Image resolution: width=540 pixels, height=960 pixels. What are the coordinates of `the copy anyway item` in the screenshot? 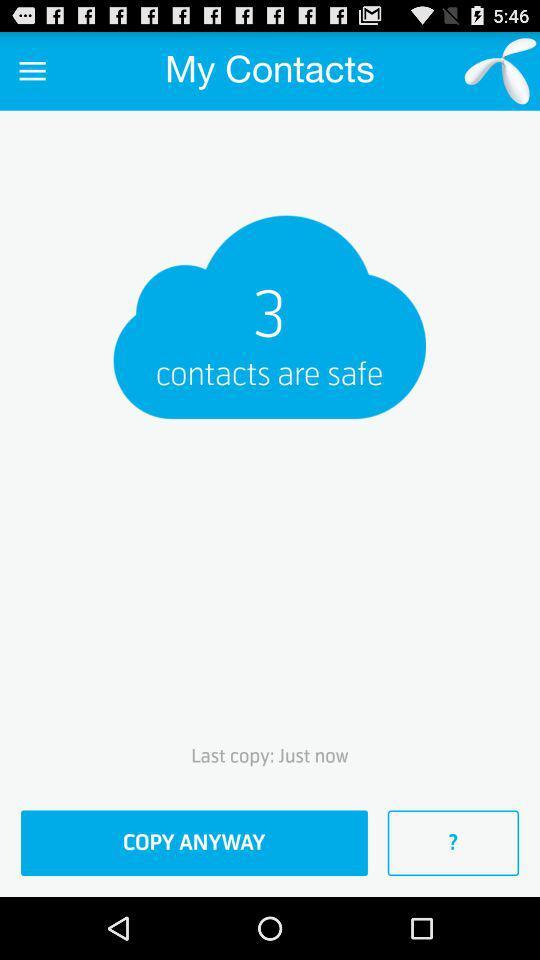 It's located at (194, 842).